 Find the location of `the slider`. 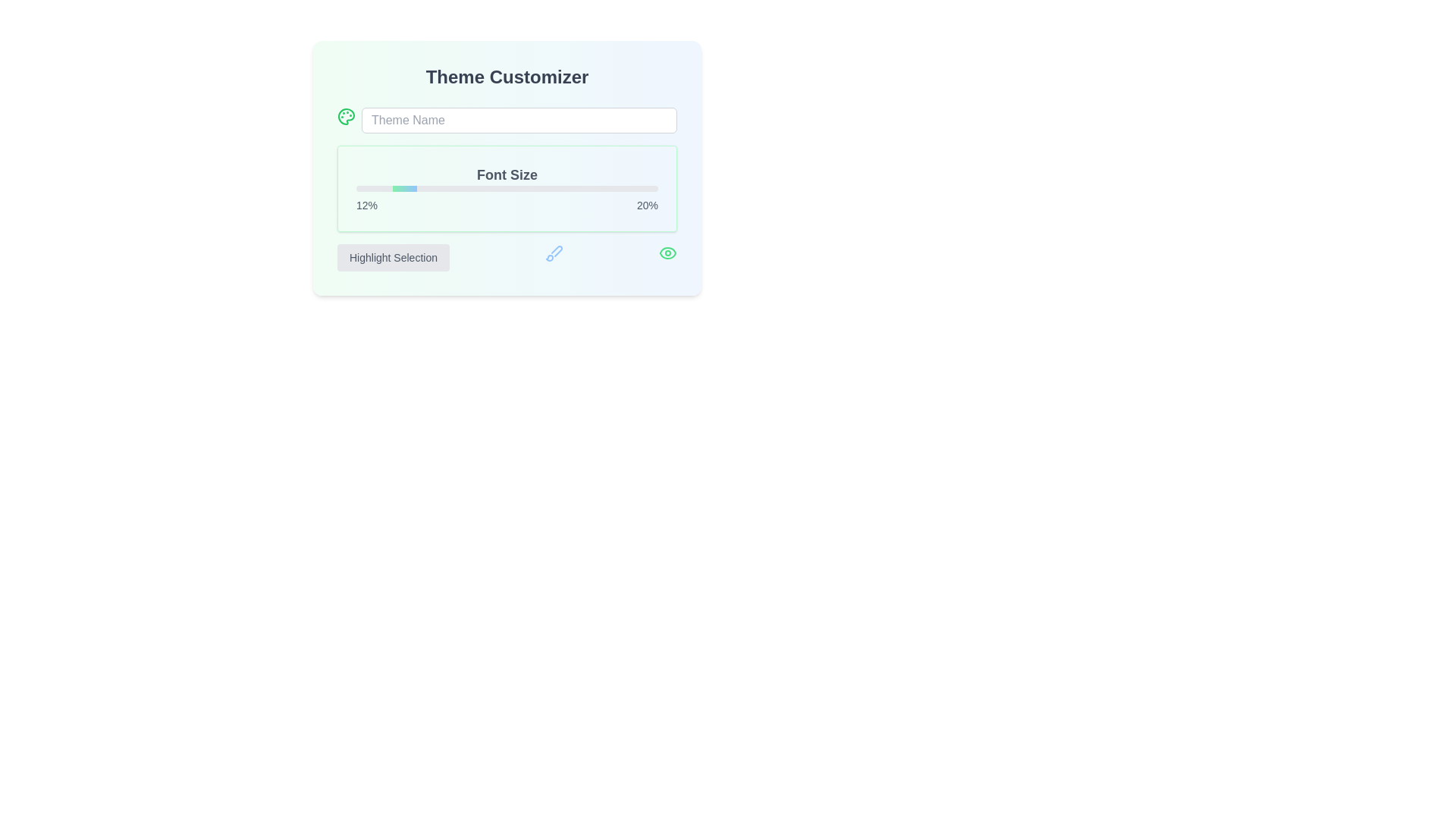

the slider is located at coordinates (510, 188).